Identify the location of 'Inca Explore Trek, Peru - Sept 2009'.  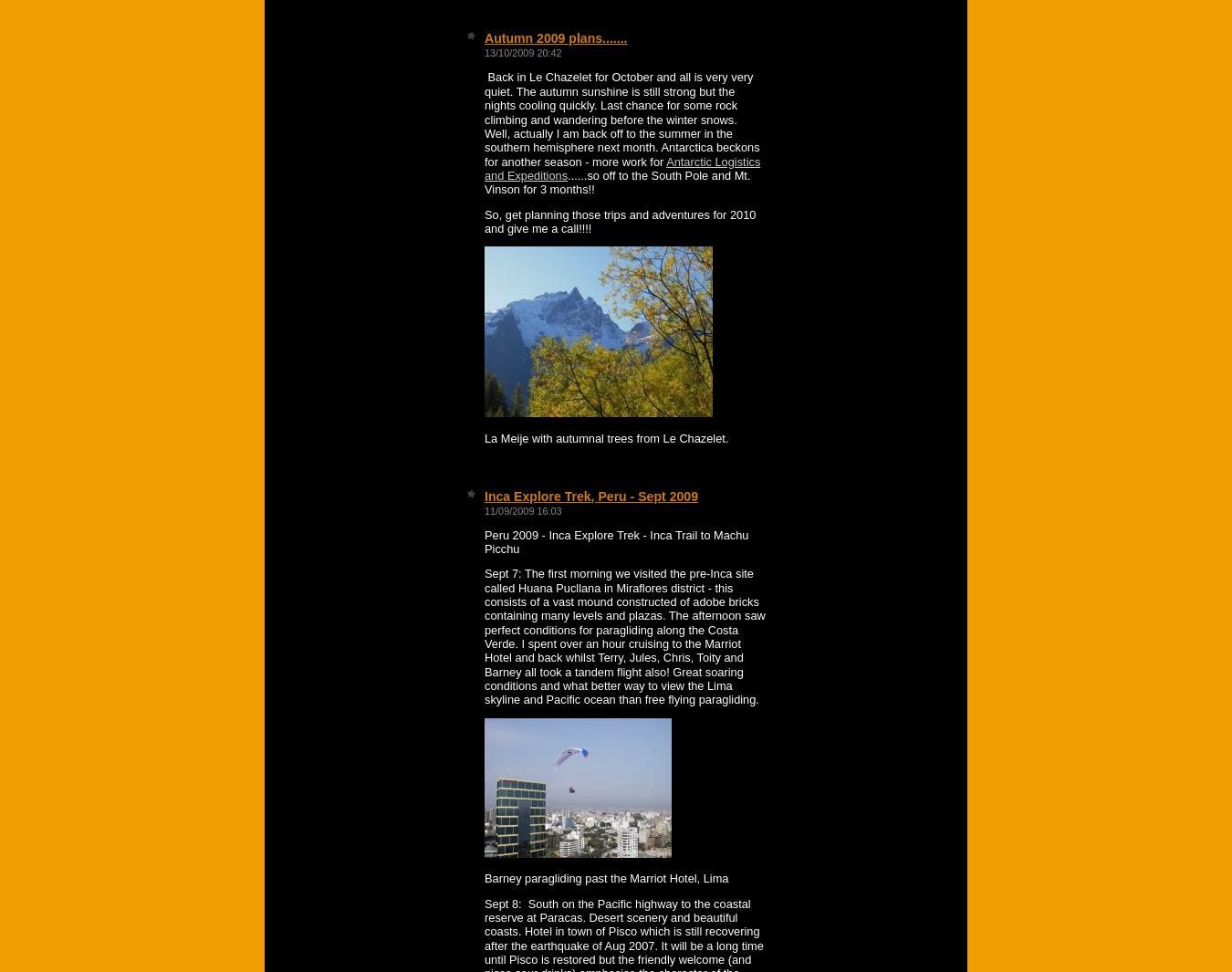
(590, 496).